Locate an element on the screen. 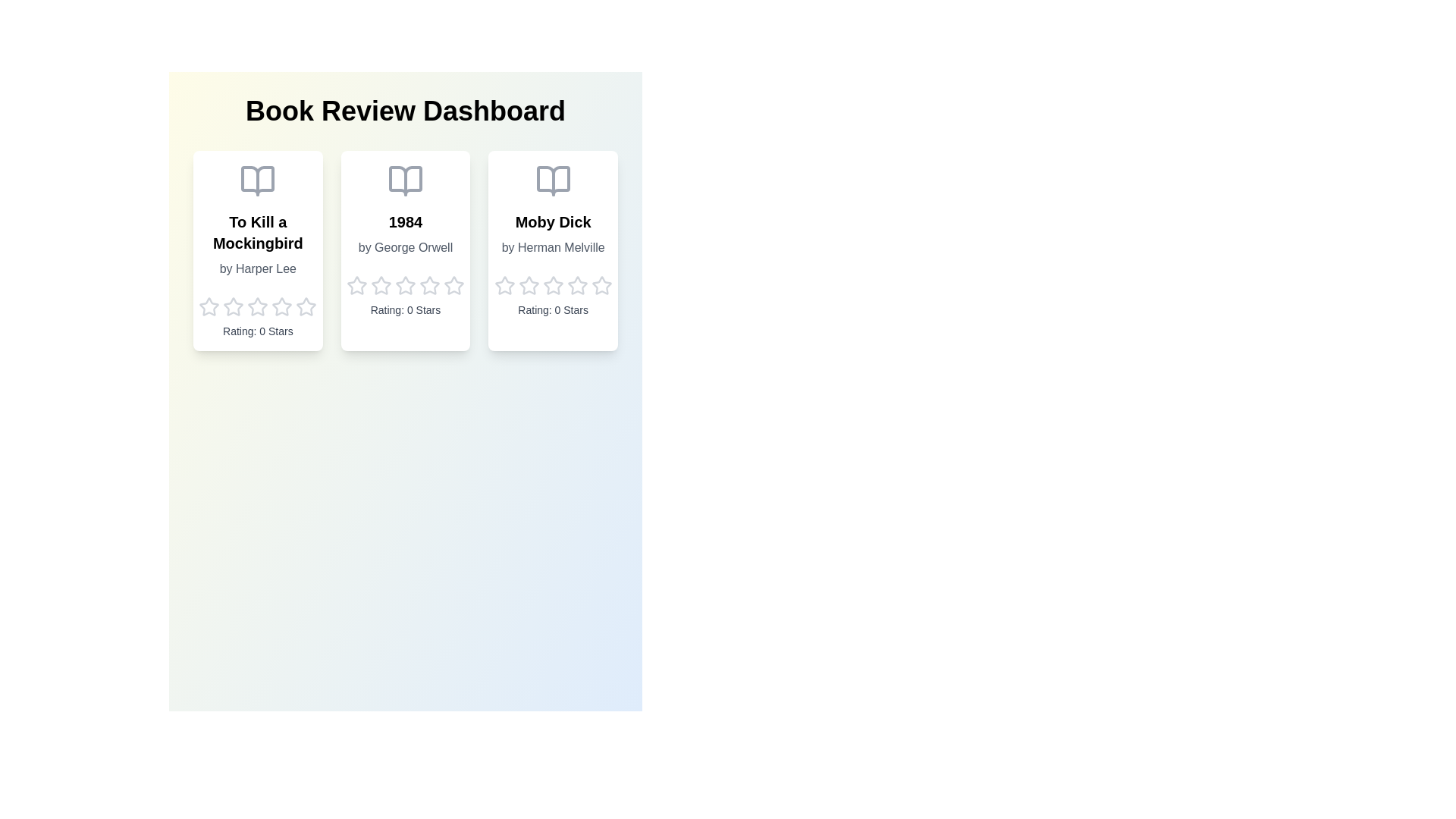  the star icon corresponding to the rating 1 for the book 1 is located at coordinates (208, 307).